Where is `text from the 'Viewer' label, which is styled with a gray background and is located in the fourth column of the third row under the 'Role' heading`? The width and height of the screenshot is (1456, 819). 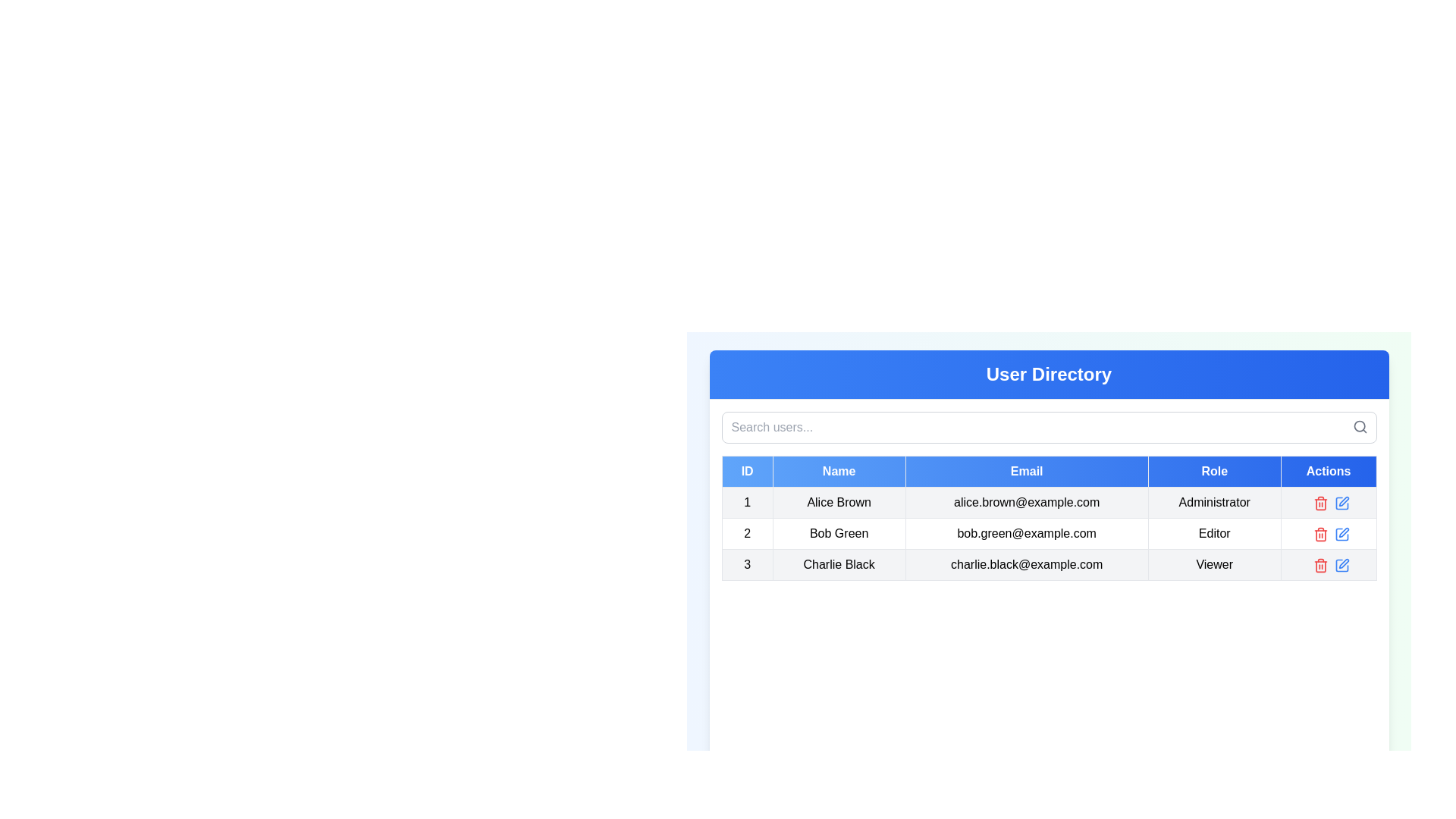 text from the 'Viewer' label, which is styled with a gray background and is located in the fourth column of the third row under the 'Role' heading is located at coordinates (1214, 564).